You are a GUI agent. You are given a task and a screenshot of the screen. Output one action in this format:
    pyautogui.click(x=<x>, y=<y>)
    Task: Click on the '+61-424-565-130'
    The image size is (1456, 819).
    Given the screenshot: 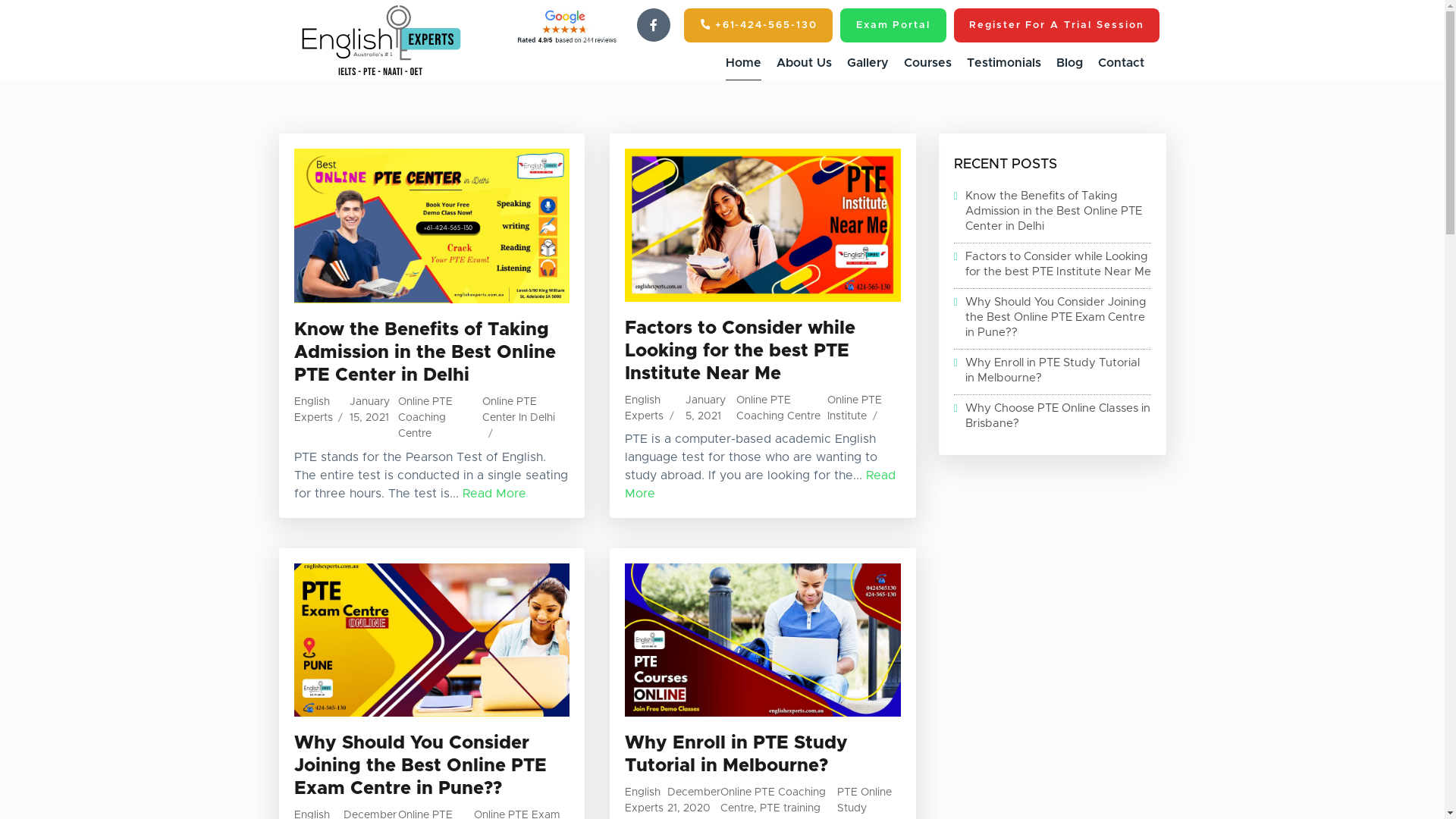 What is the action you would take?
    pyautogui.click(x=758, y=26)
    